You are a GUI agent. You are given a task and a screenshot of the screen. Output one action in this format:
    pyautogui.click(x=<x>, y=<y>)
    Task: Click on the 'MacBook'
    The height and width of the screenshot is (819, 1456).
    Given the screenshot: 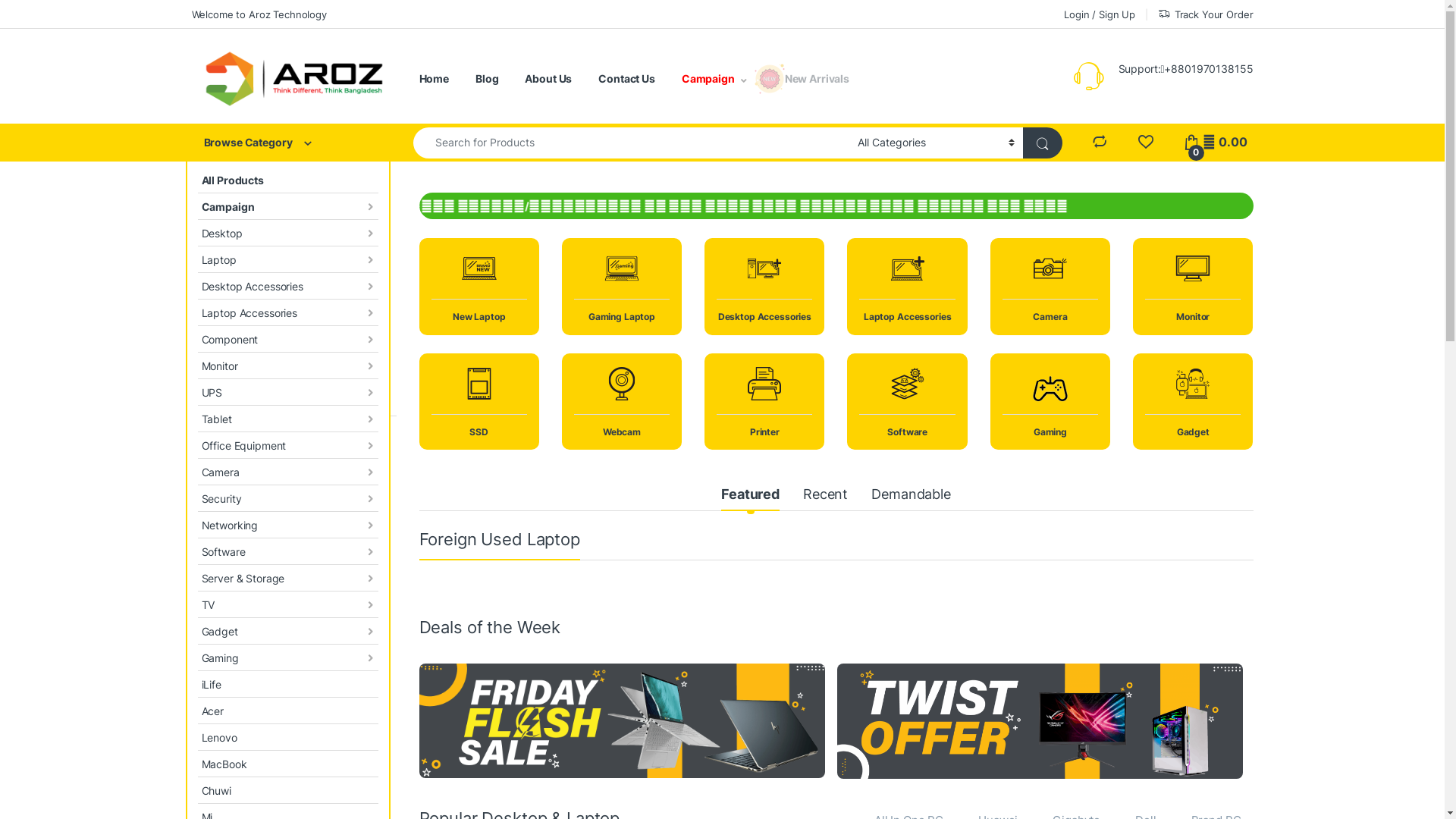 What is the action you would take?
    pyautogui.click(x=196, y=764)
    